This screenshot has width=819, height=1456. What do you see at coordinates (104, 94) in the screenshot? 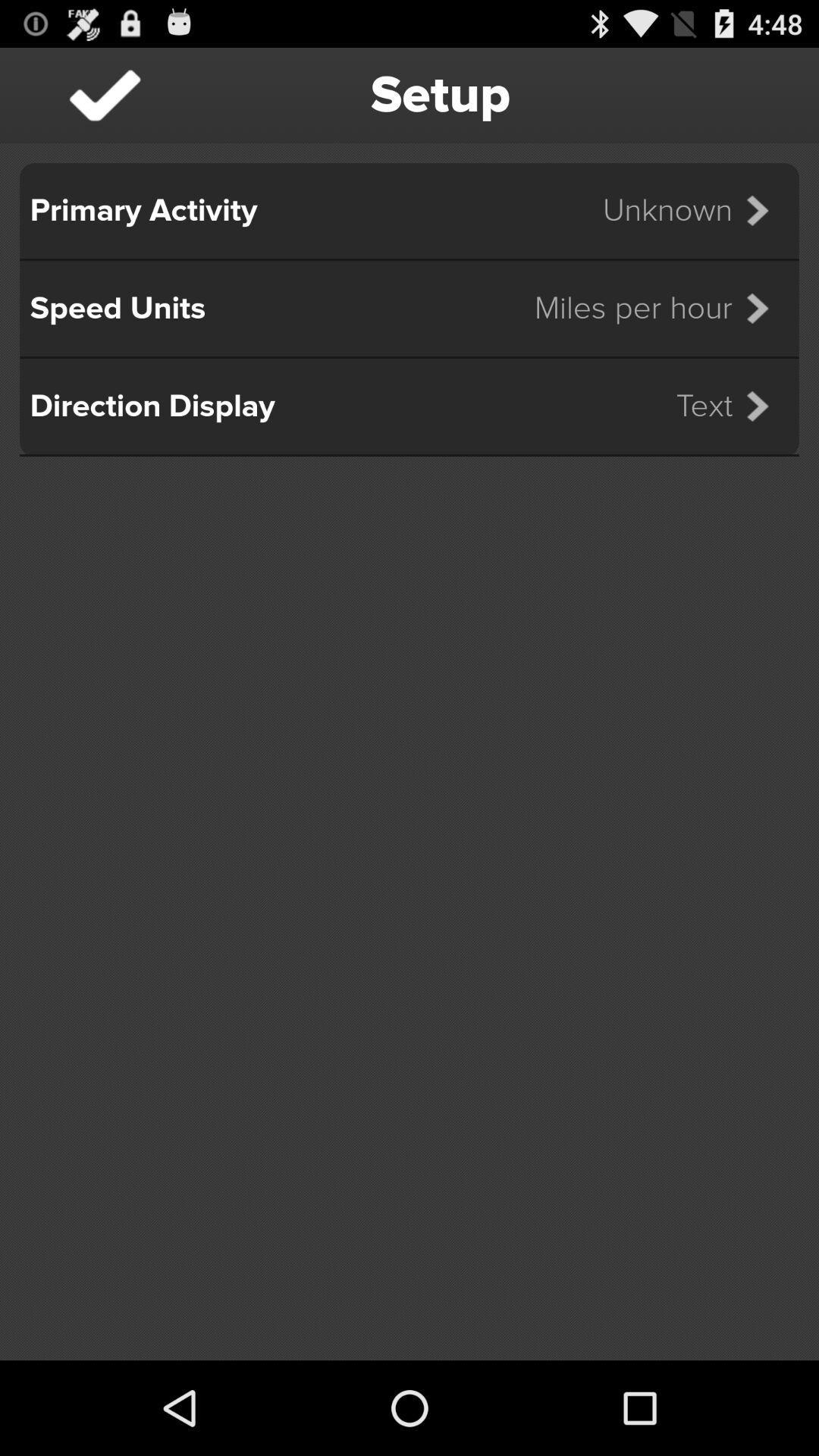
I see `the icon above primary activity item` at bounding box center [104, 94].